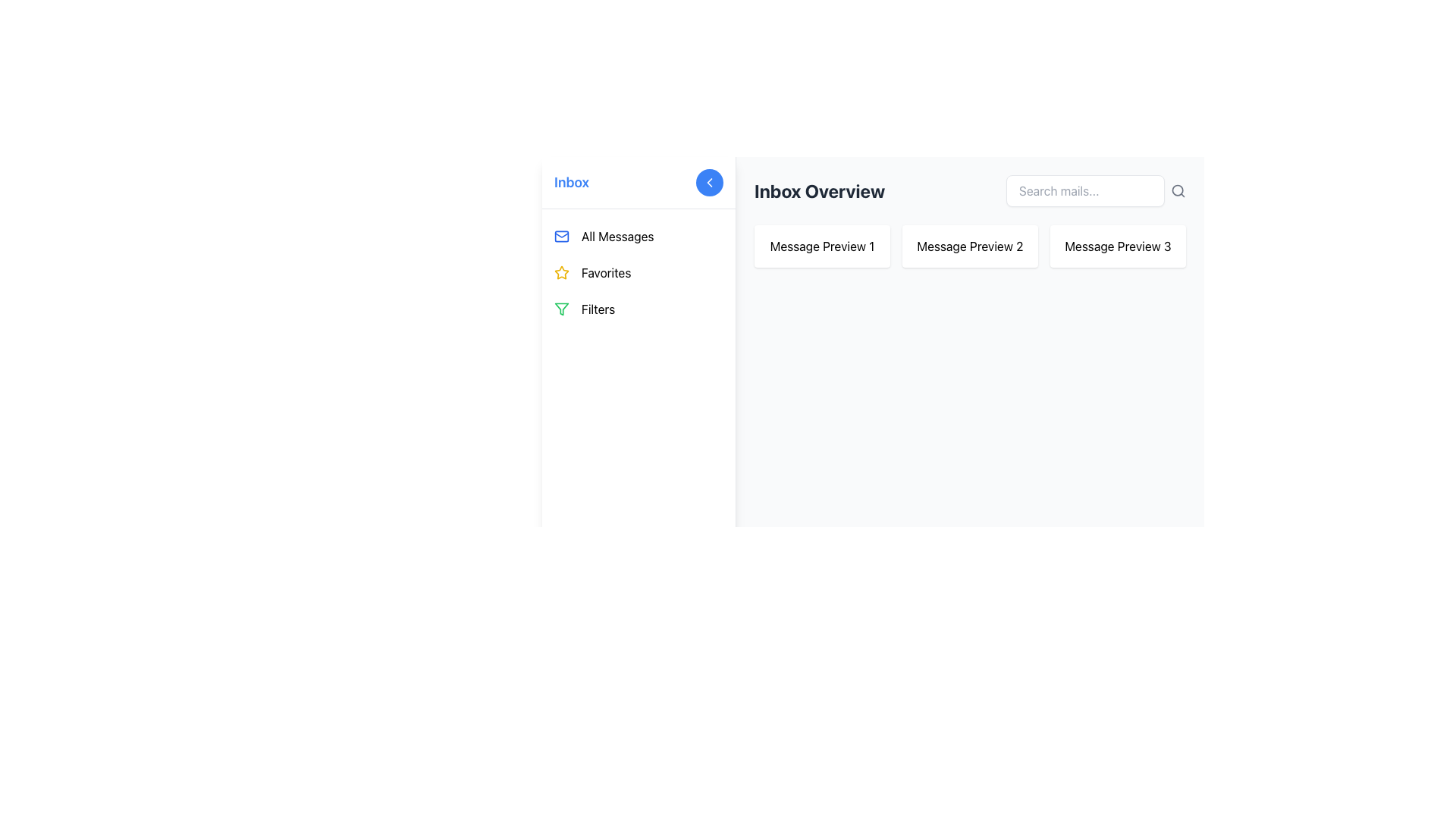 The width and height of the screenshot is (1456, 819). I want to click on the blue envelope icon located to the left of the 'All Messages' text in the navigation list, so click(560, 237).